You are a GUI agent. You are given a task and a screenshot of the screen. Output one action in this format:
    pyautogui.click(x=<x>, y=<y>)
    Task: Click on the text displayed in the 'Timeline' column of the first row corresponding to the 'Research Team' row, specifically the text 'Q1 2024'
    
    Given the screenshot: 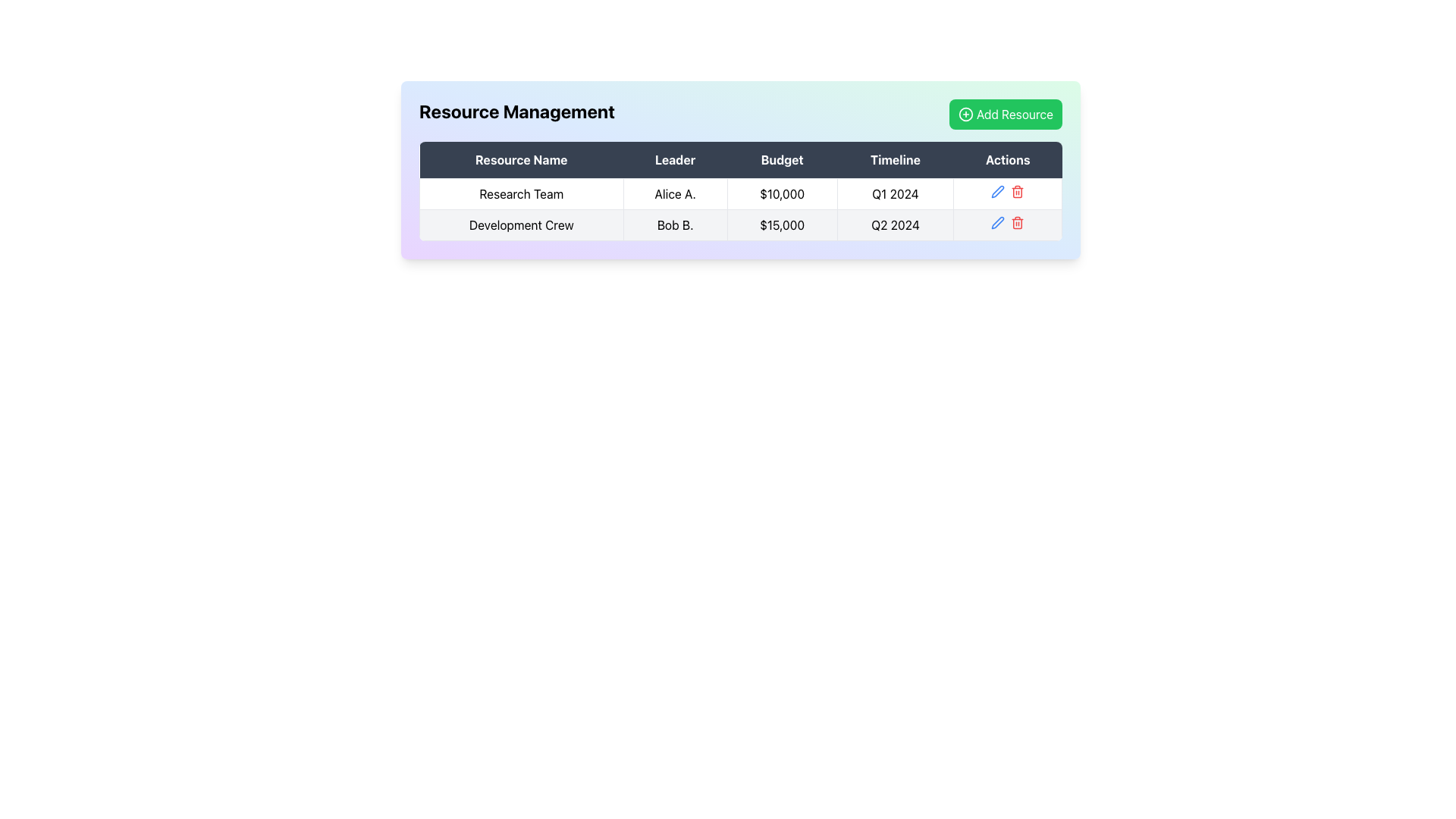 What is the action you would take?
    pyautogui.click(x=895, y=193)
    